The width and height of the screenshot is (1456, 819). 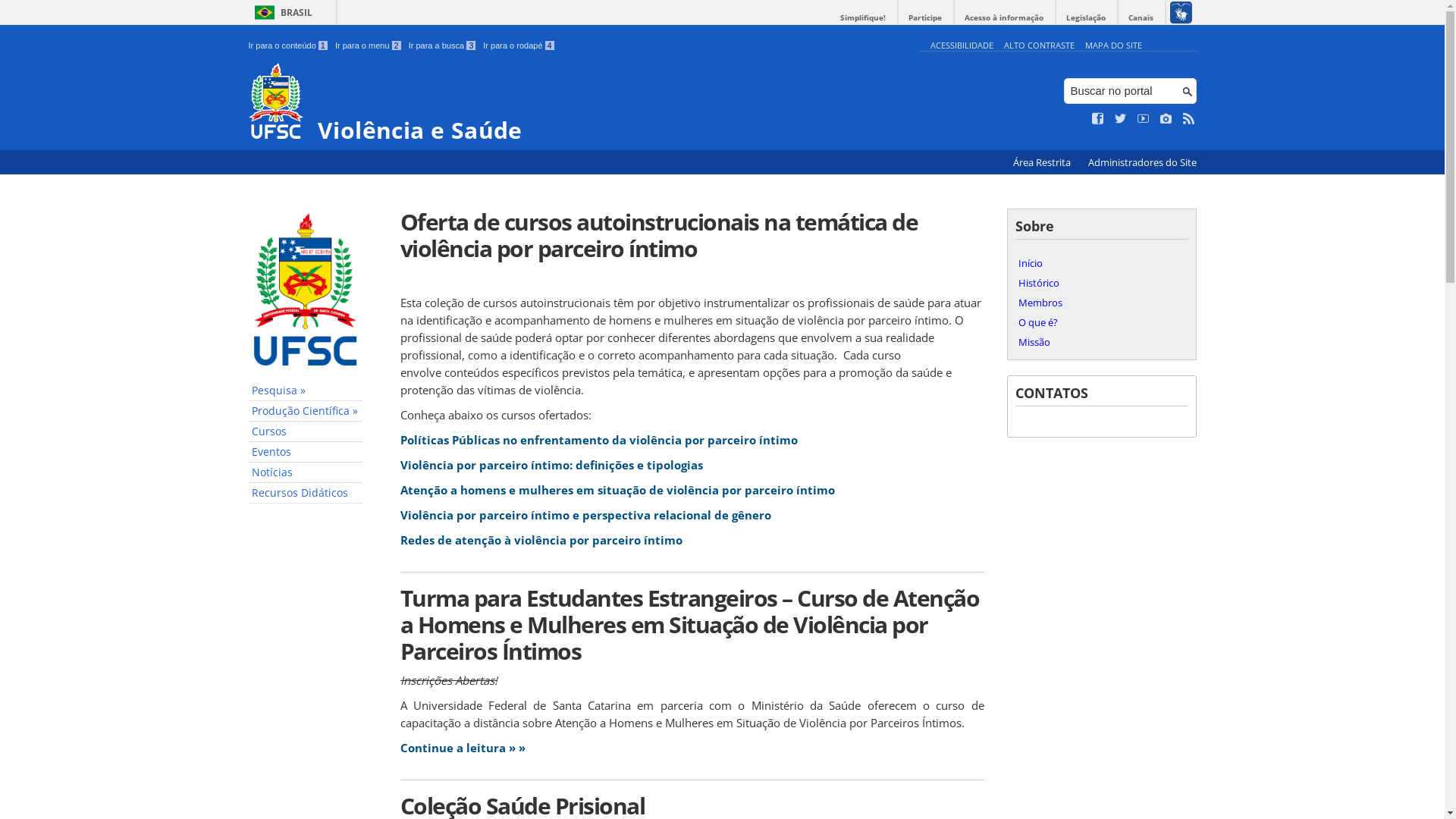 What do you see at coordinates (368, 45) in the screenshot?
I see `'Ir para o menu 2'` at bounding box center [368, 45].